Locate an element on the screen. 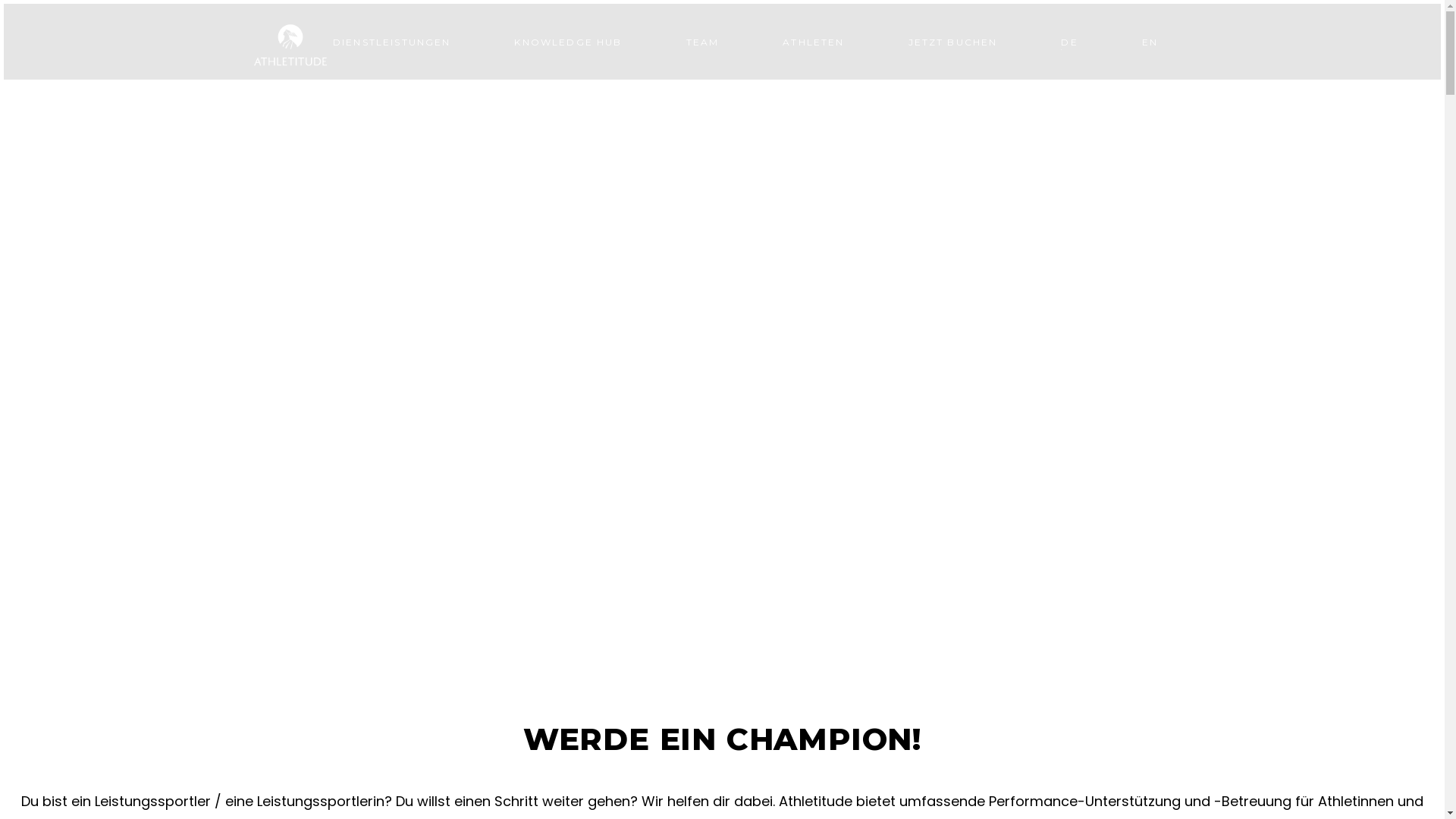 Image resolution: width=1456 pixels, height=819 pixels. 'EN' is located at coordinates (1150, 41).